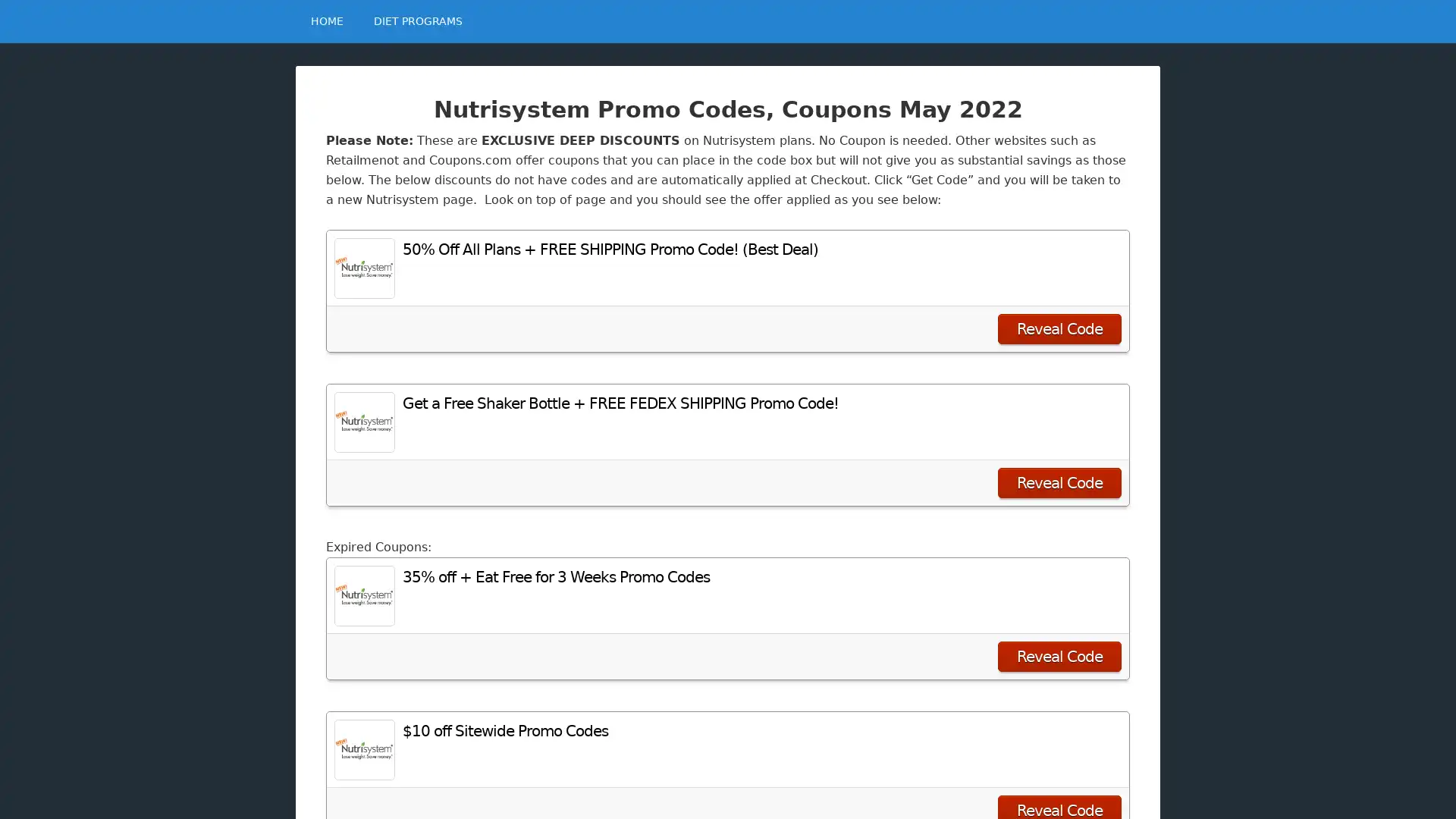 This screenshot has width=1456, height=819. What do you see at coordinates (1059, 656) in the screenshot?
I see `Reveal Code` at bounding box center [1059, 656].